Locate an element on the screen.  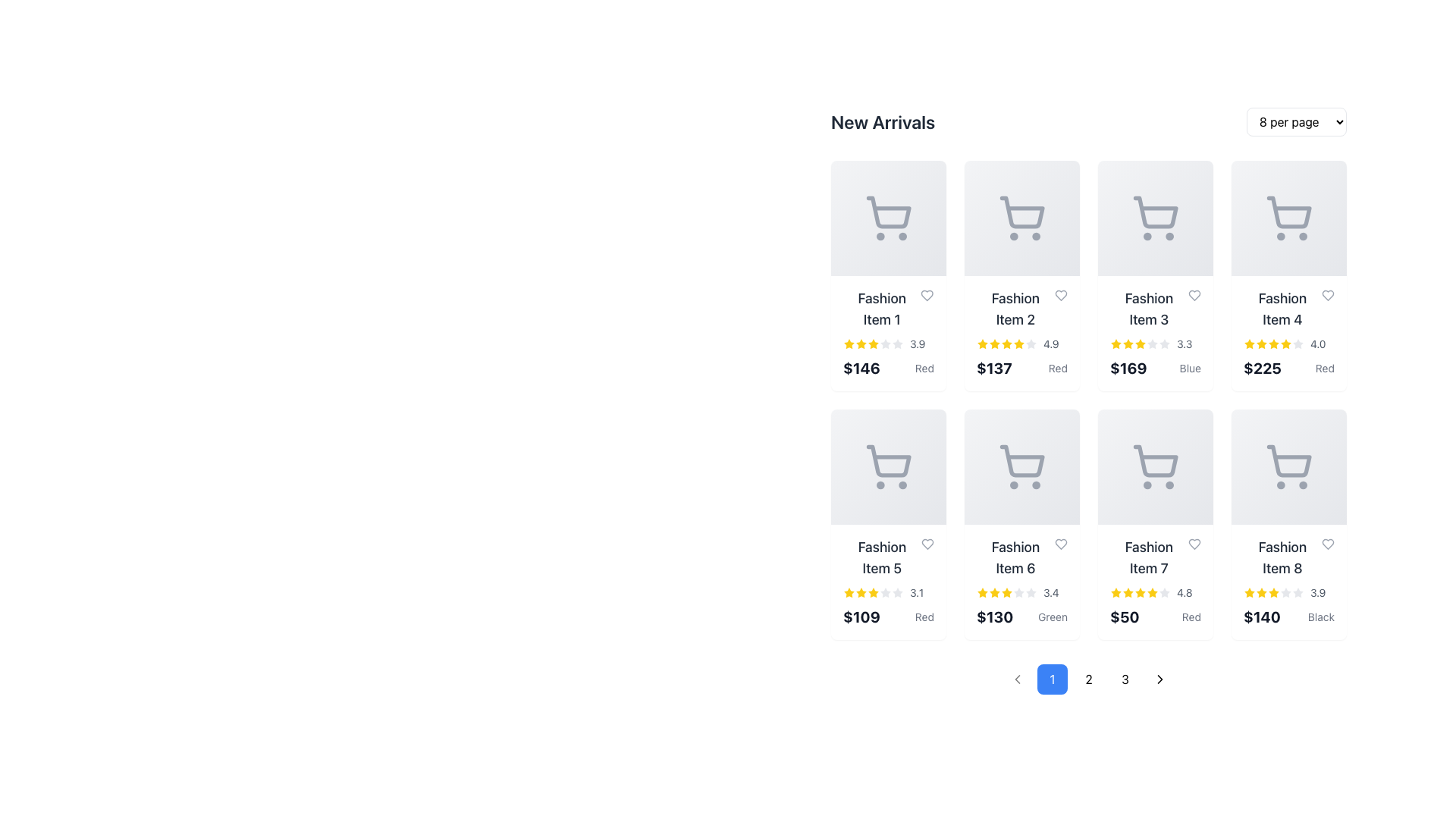
the text label displaying 'Fashion Item 5' in bold, dark-gray font, which is the fifth item in the second row of a rectangular arrangement of items is located at coordinates (888, 558).